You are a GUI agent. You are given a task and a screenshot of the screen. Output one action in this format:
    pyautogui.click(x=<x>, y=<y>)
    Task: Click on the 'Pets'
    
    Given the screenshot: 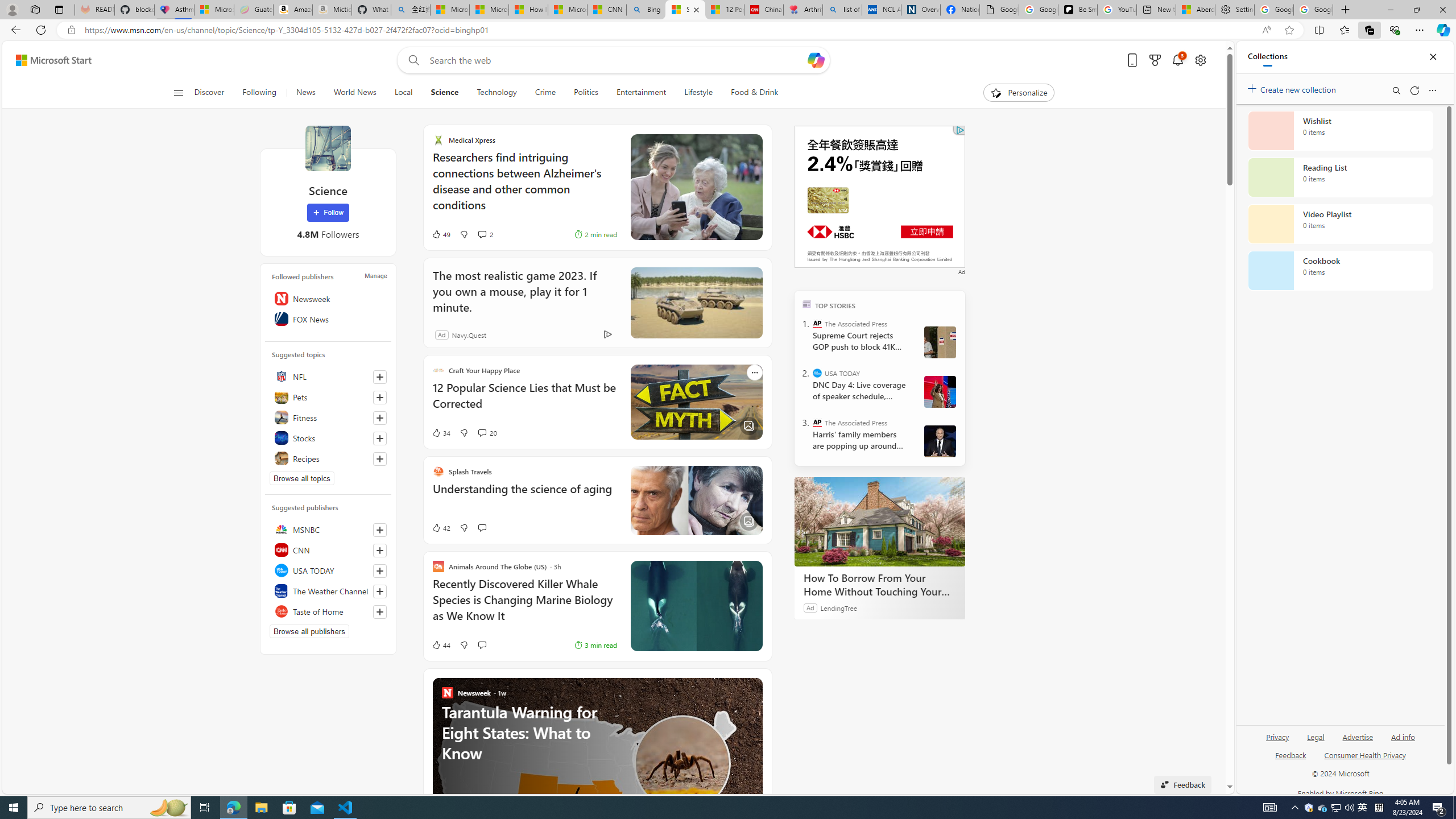 What is the action you would take?
    pyautogui.click(x=327, y=396)
    